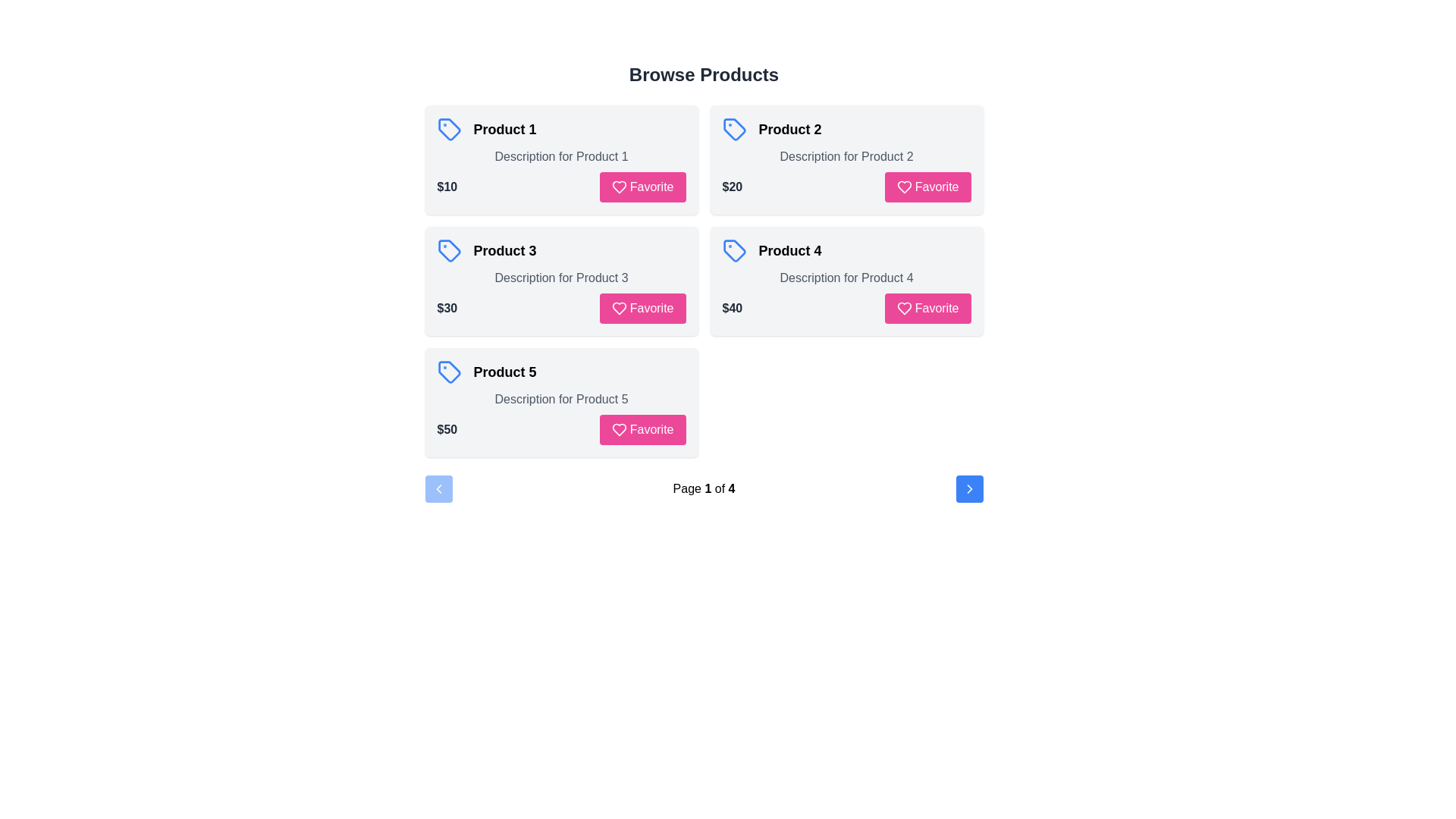 The height and width of the screenshot is (819, 1456). What do you see at coordinates (560, 278) in the screenshot?
I see `the text element that reads 'Description for Product 3', which is styled in gray and positioned within the third product card, below the title 'Product 3' and above the price and 'Favorite' button` at bounding box center [560, 278].